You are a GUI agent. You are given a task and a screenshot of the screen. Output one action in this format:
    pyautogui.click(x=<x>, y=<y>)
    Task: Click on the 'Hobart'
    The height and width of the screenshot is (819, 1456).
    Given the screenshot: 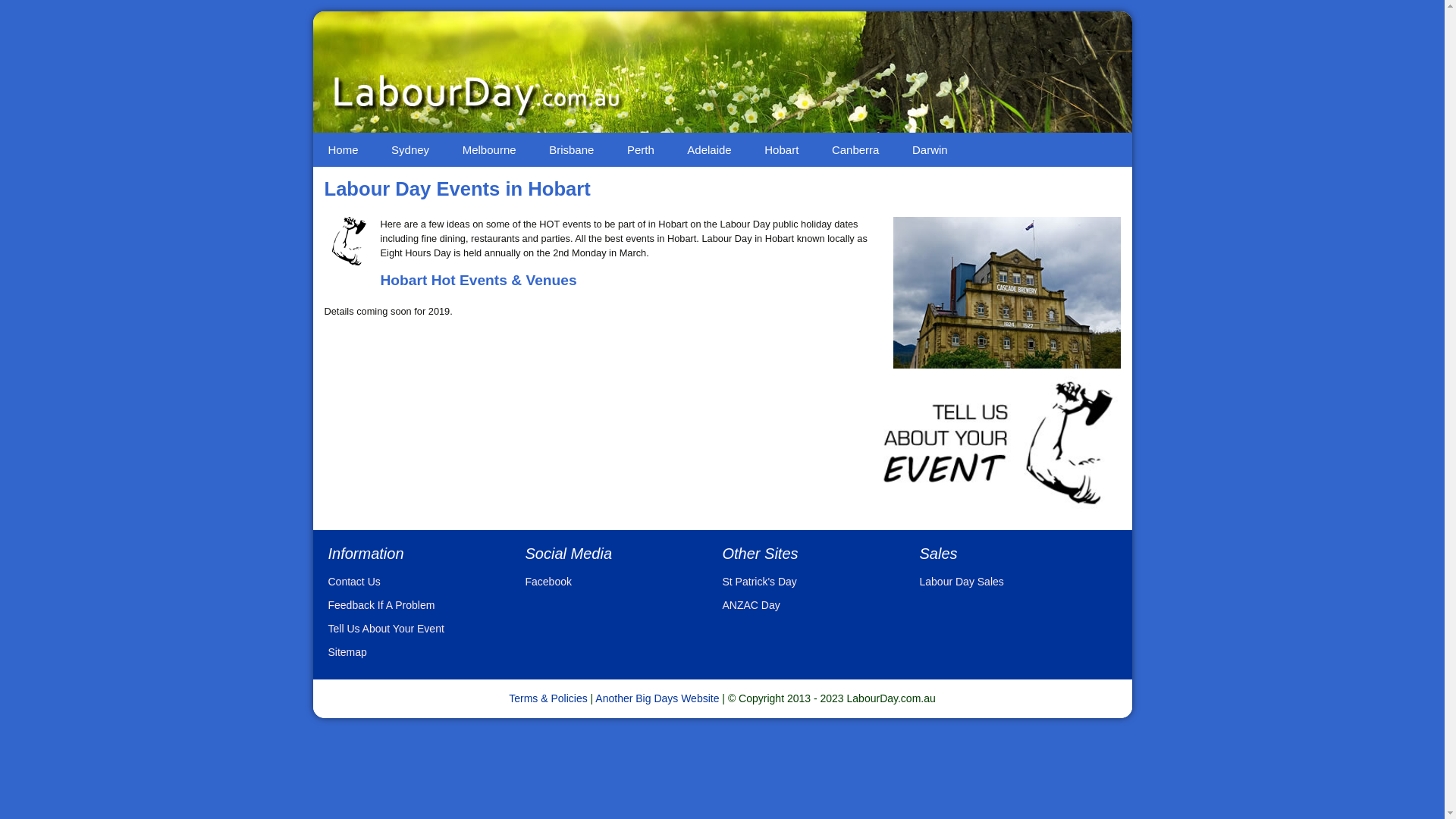 What is the action you would take?
    pyautogui.click(x=781, y=149)
    